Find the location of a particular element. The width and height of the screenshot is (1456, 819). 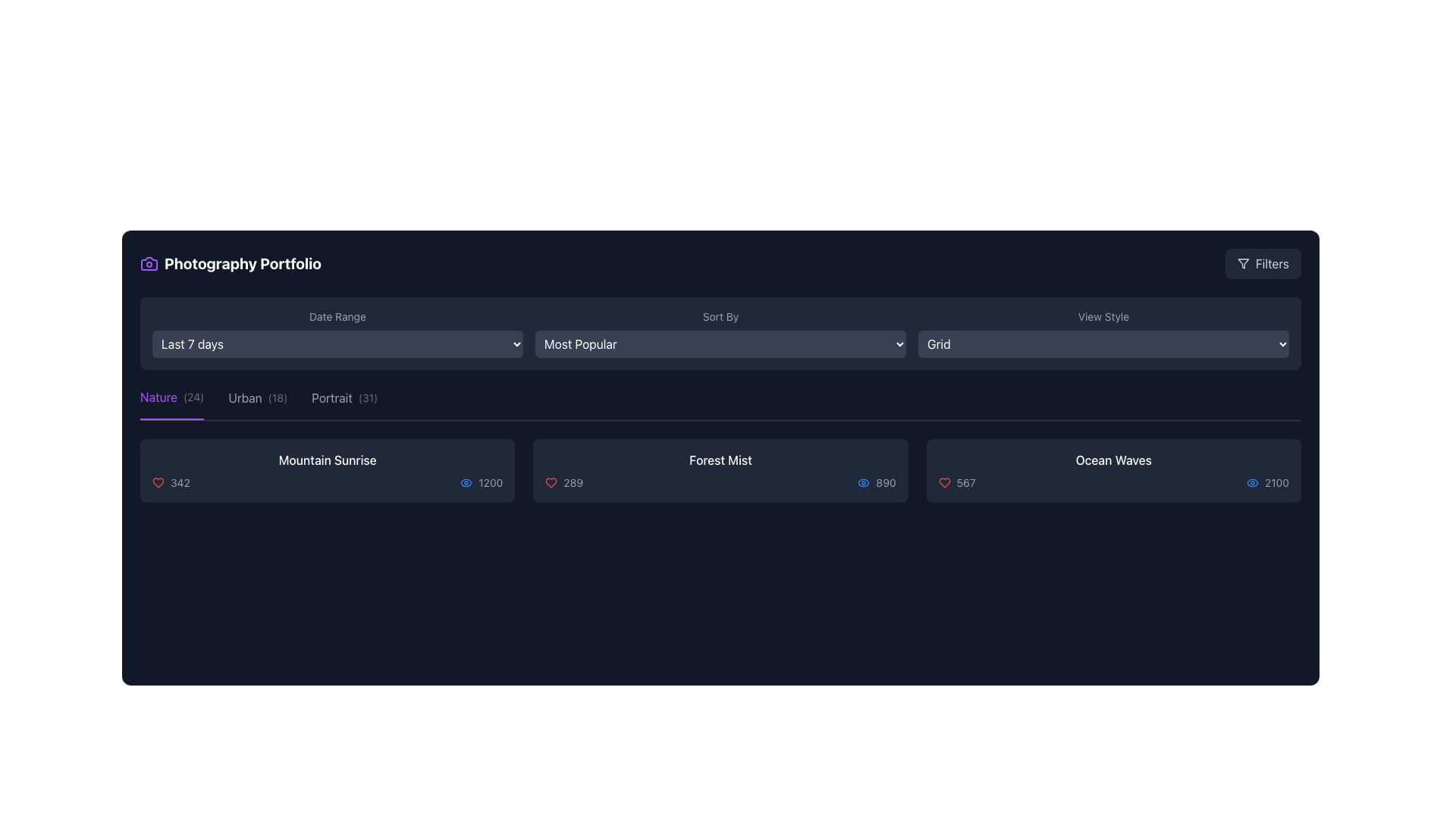

the 'Portrait' category label, which is the third option in a horizontally aligned list of category options, to potentially see a tooltip is located at coordinates (344, 403).